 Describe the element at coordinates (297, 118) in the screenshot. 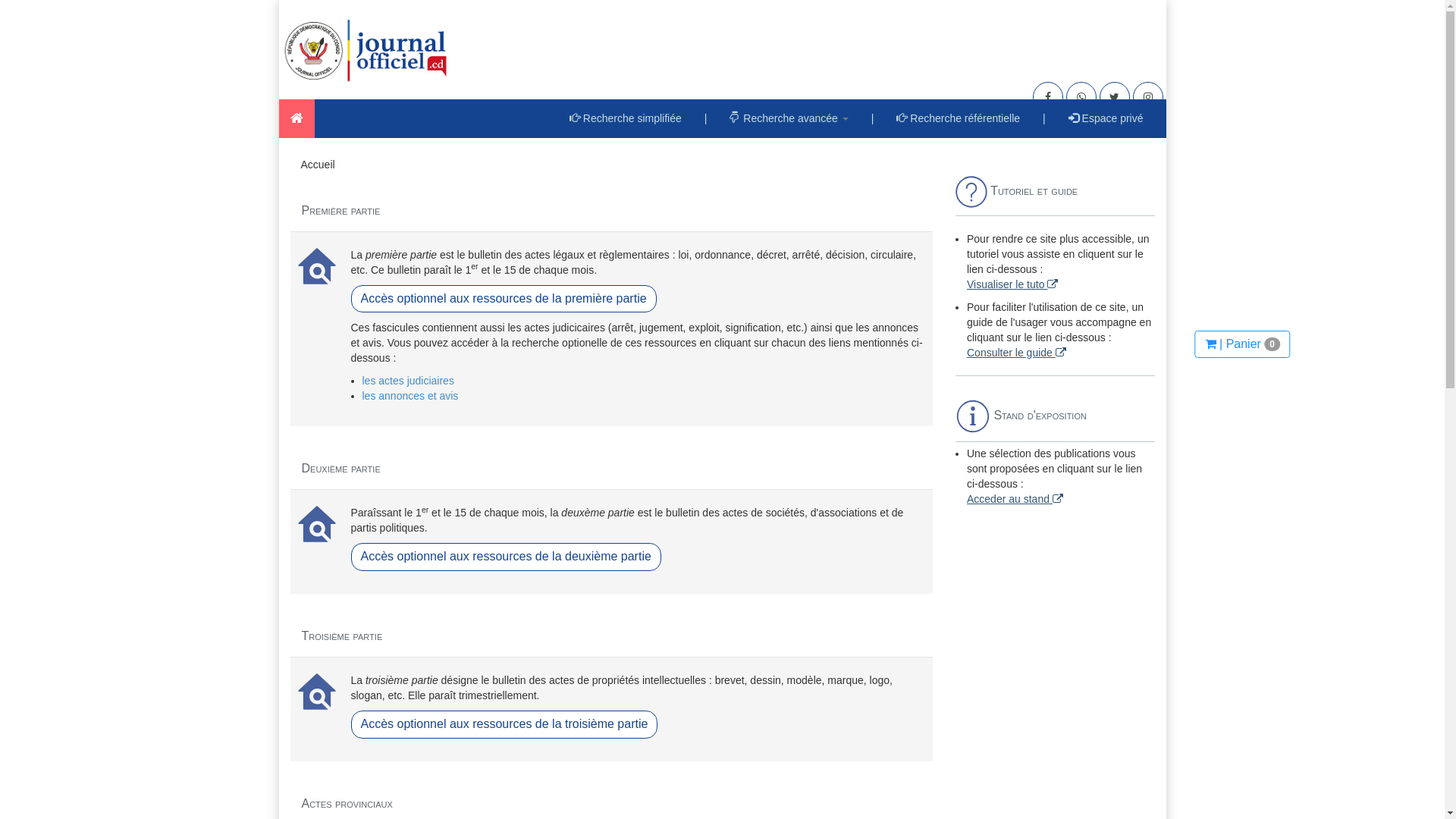

I see `'Jordc'` at that location.